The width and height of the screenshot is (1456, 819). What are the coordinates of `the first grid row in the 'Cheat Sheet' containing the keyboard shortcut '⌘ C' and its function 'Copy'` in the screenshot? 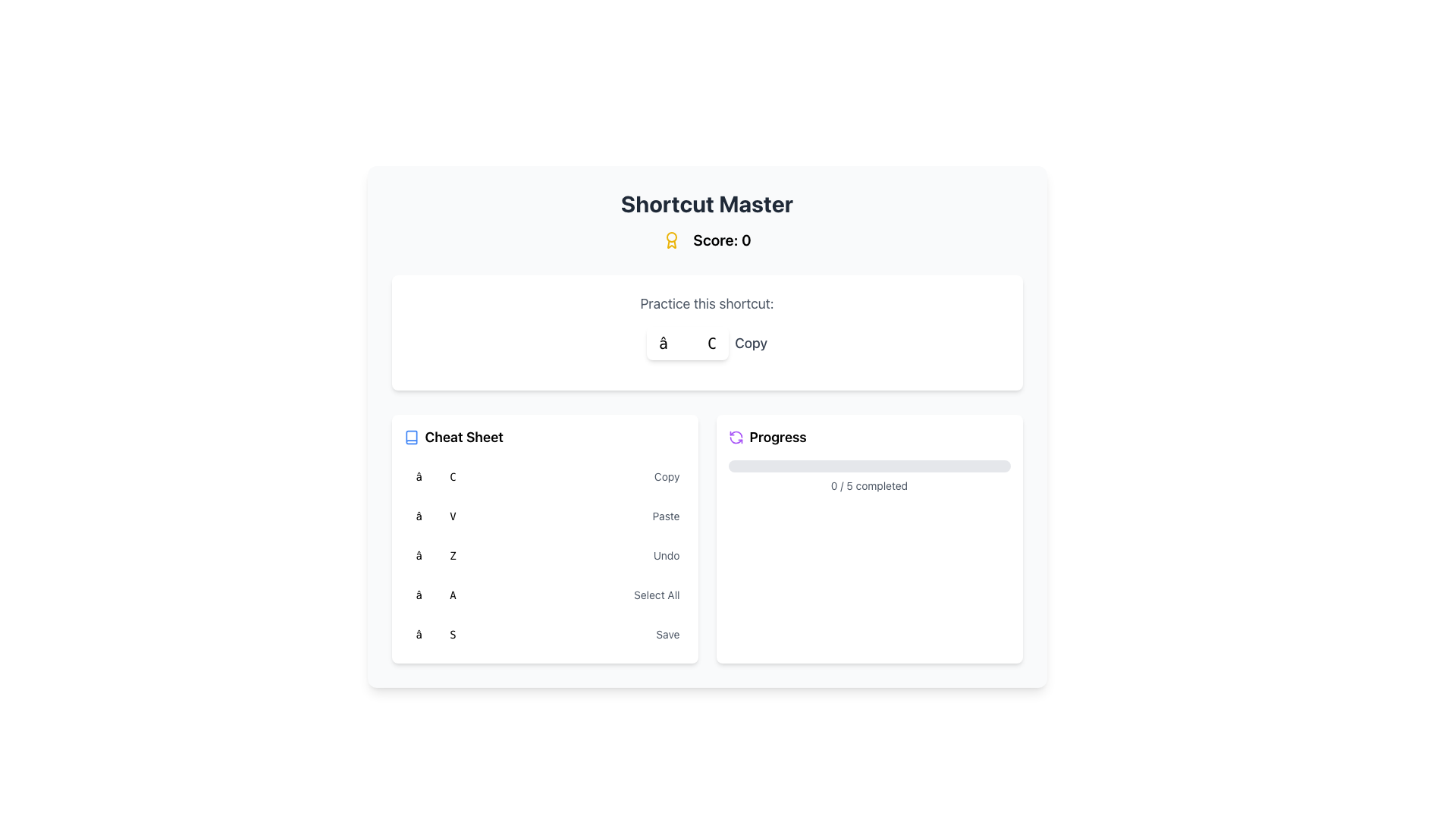 It's located at (544, 475).